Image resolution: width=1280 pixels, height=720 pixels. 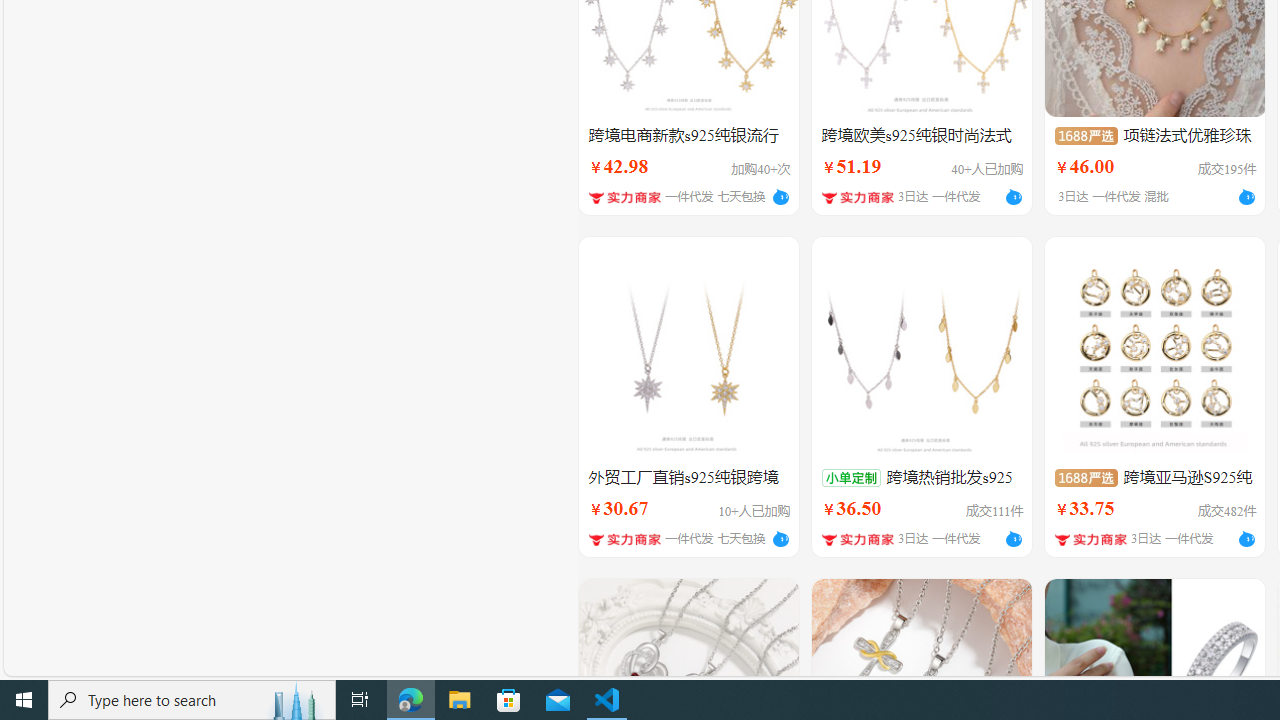 I want to click on 'Class: shop-icon h14', so click(x=1089, y=538).